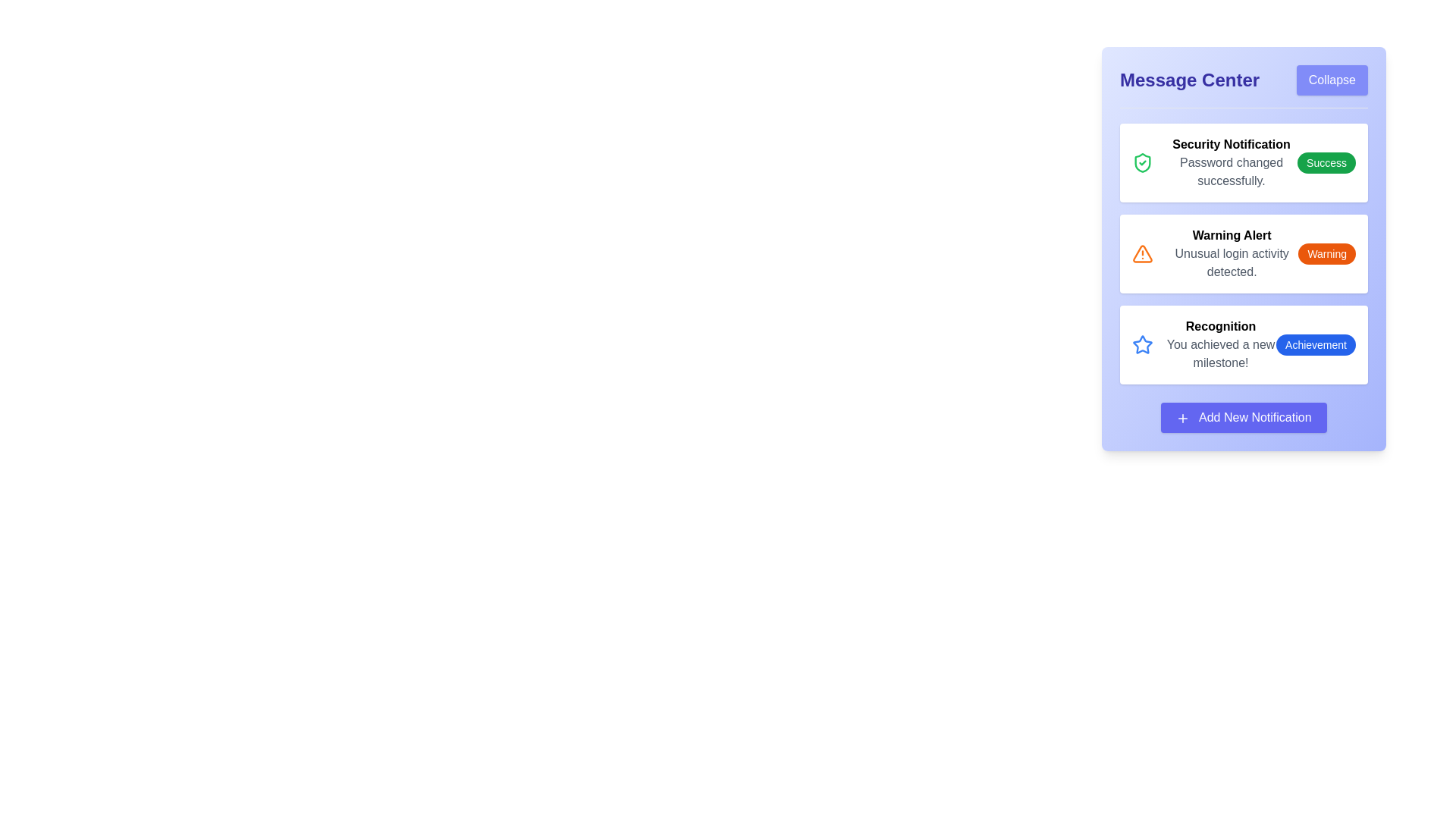 This screenshot has width=1456, height=819. Describe the element at coordinates (1143, 163) in the screenshot. I see `the green curved shield-like icon in the 'Security Notification' entry located in the topmost notification card of the 'Message Center'` at that location.